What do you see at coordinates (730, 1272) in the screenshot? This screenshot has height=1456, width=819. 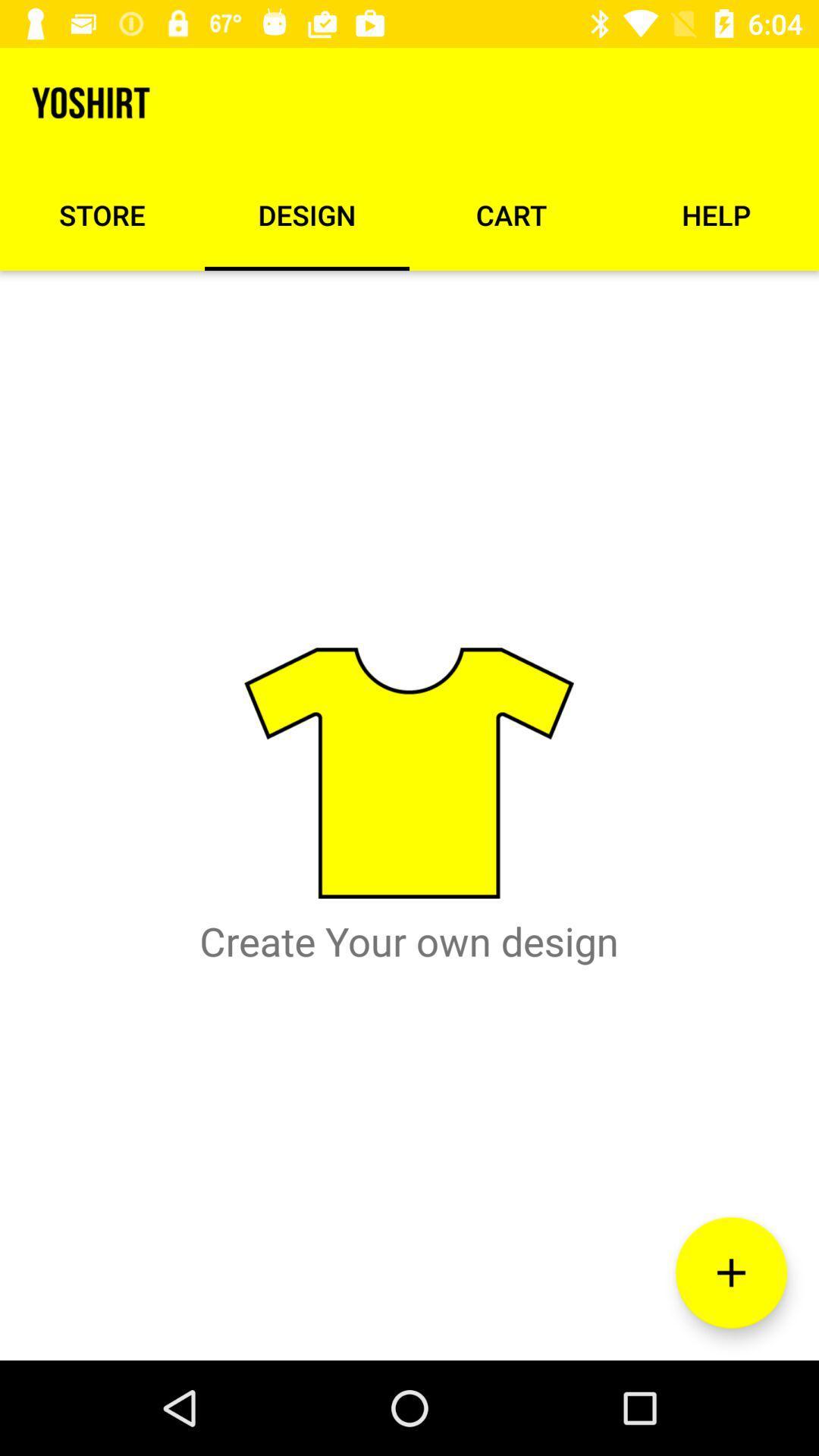 I see `item below help` at bounding box center [730, 1272].